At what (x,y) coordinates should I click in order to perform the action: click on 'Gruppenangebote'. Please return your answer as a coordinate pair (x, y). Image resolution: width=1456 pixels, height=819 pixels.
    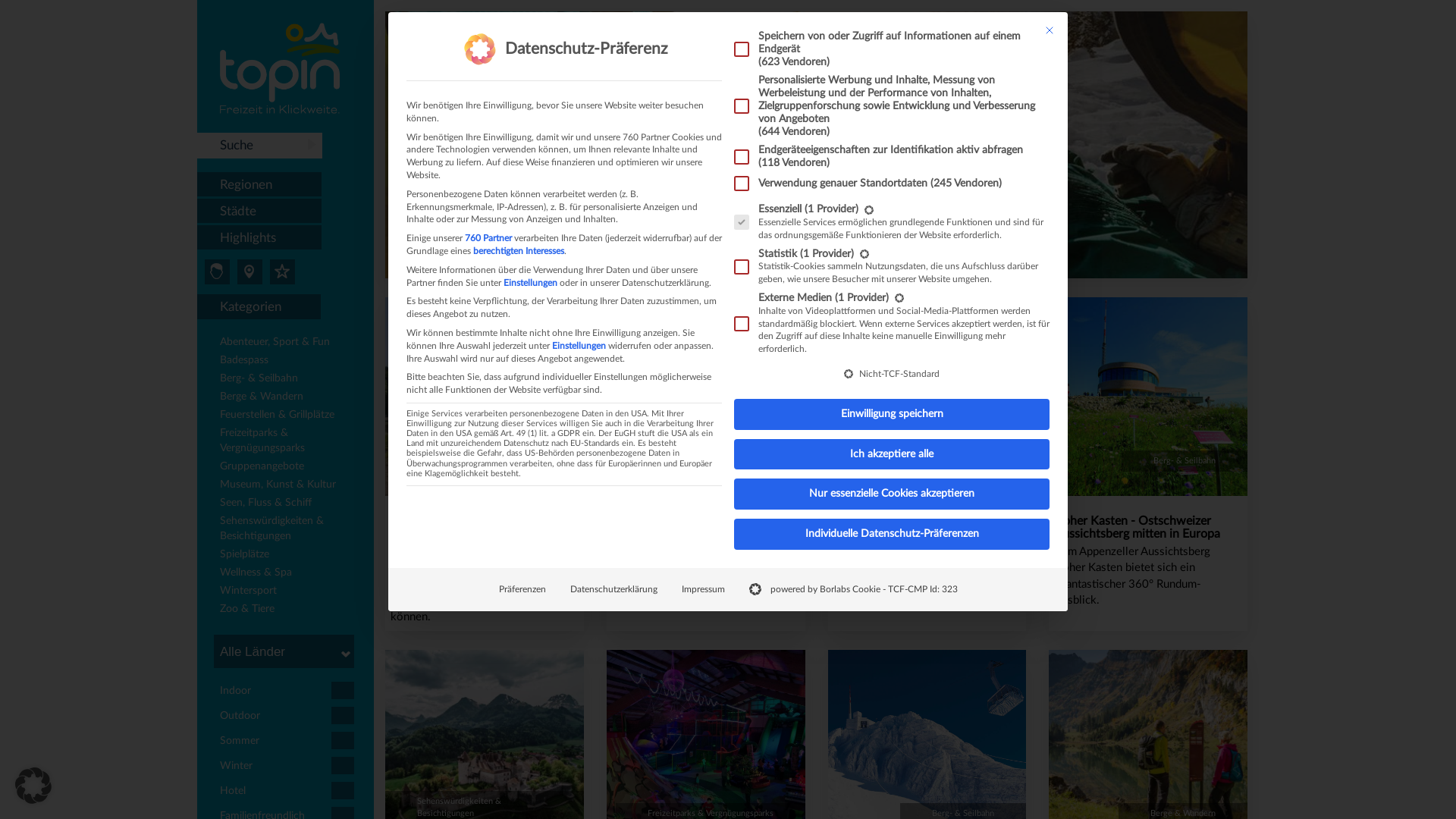
    Looking at the image, I should click on (290, 467).